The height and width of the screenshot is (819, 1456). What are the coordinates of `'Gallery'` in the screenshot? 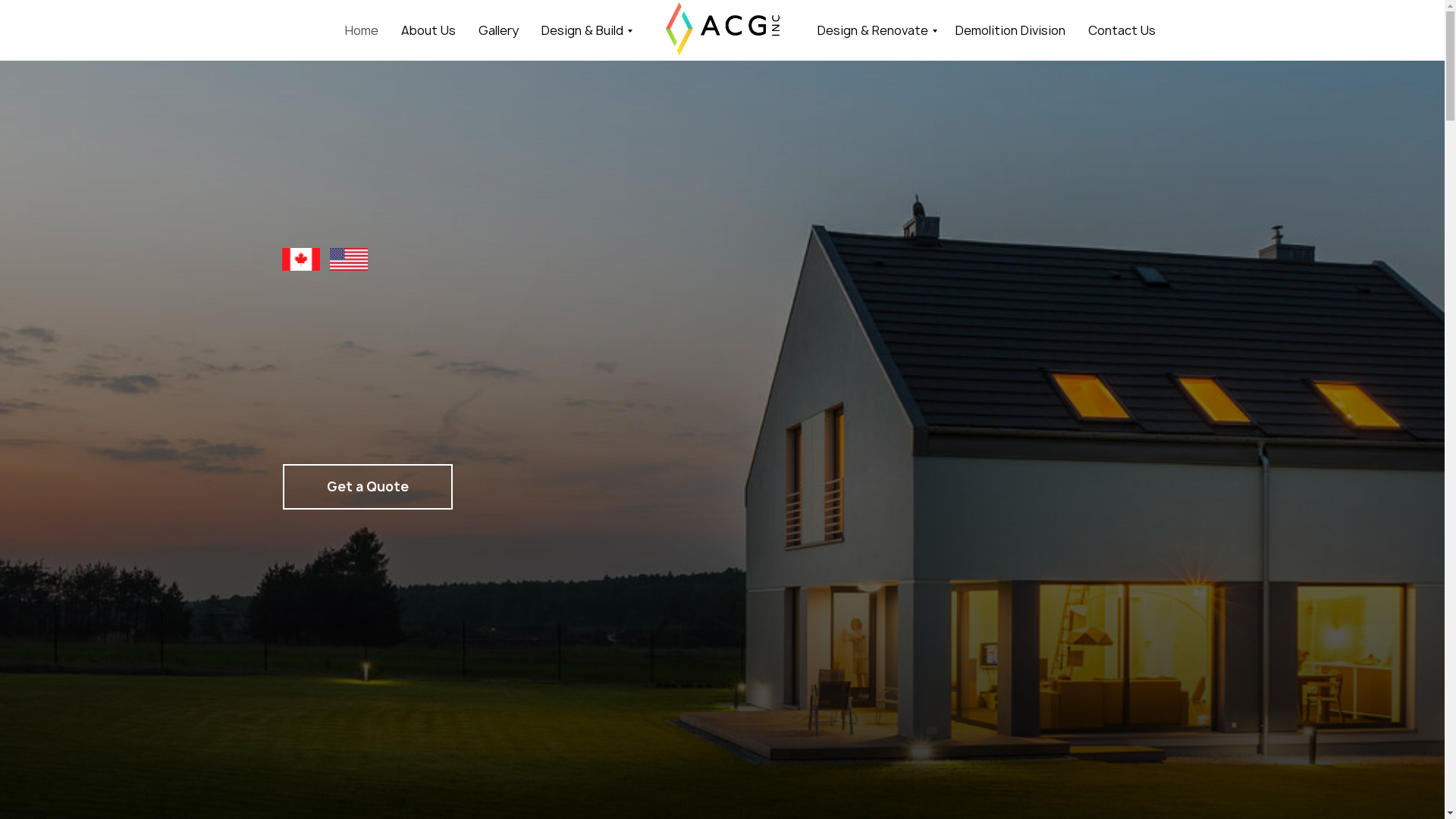 It's located at (497, 29).